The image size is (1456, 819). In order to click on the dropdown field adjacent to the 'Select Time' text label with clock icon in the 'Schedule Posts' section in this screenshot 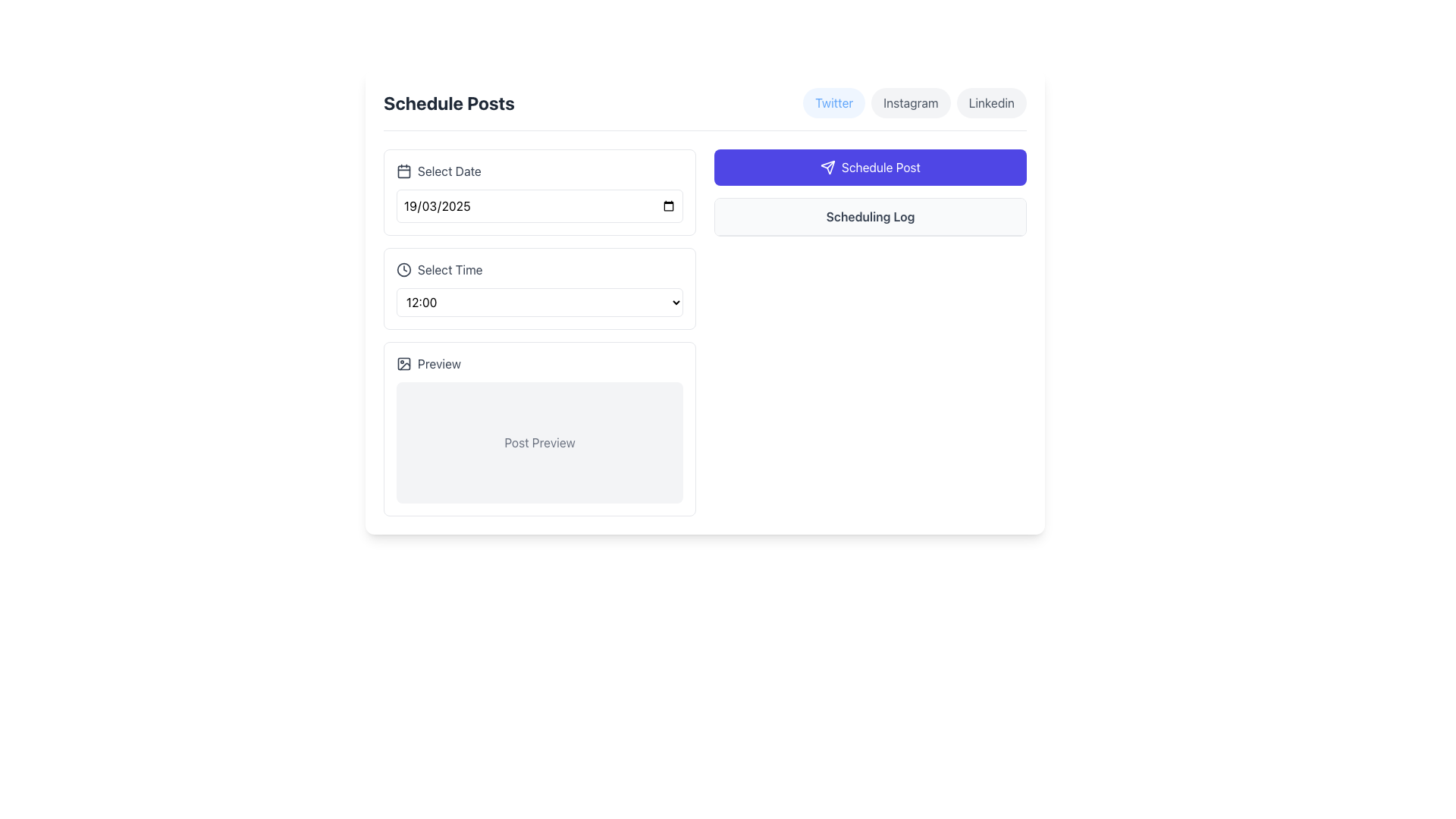, I will do `click(539, 268)`.